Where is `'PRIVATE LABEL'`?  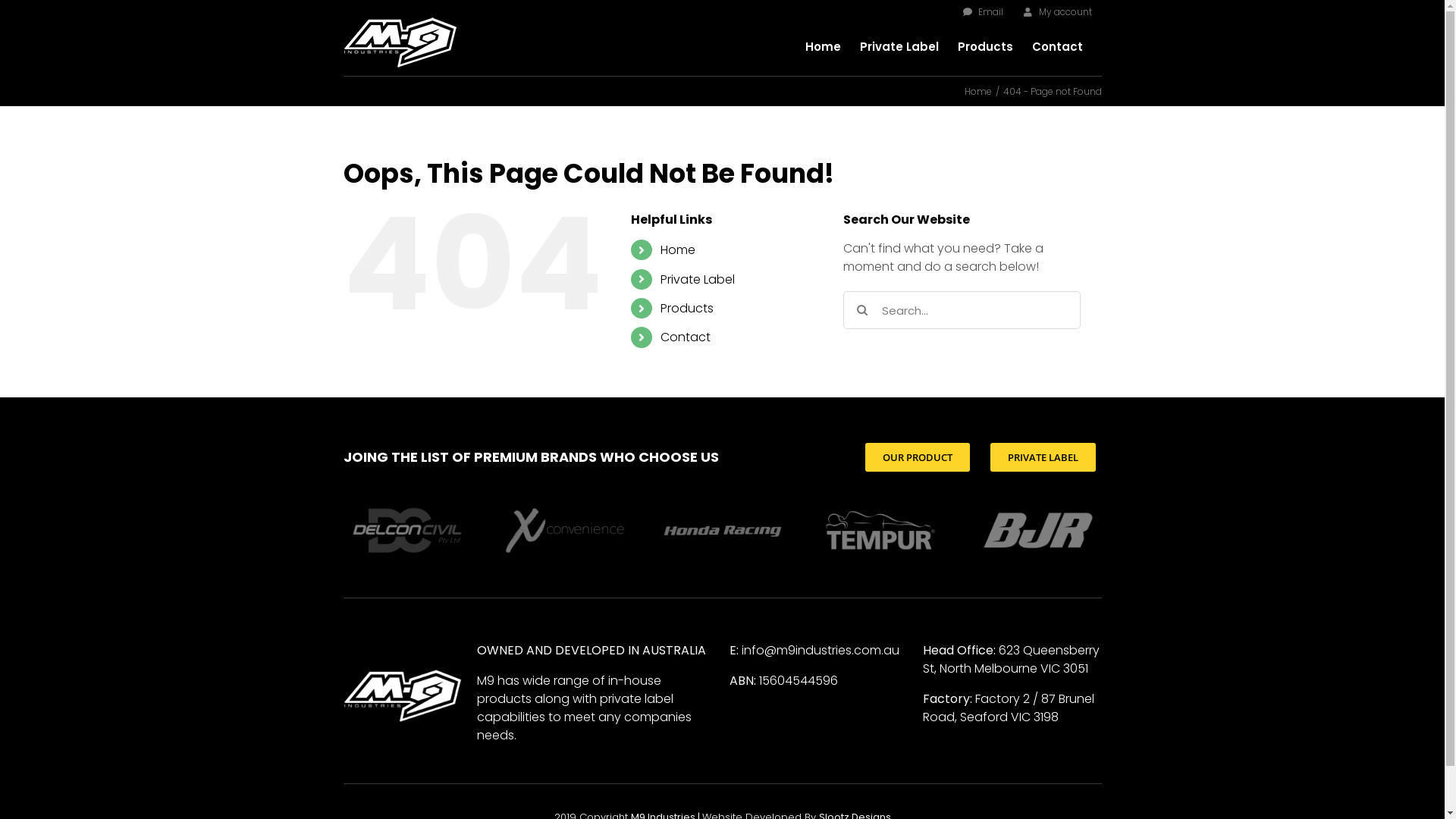
'PRIVATE LABEL' is located at coordinates (1042, 456).